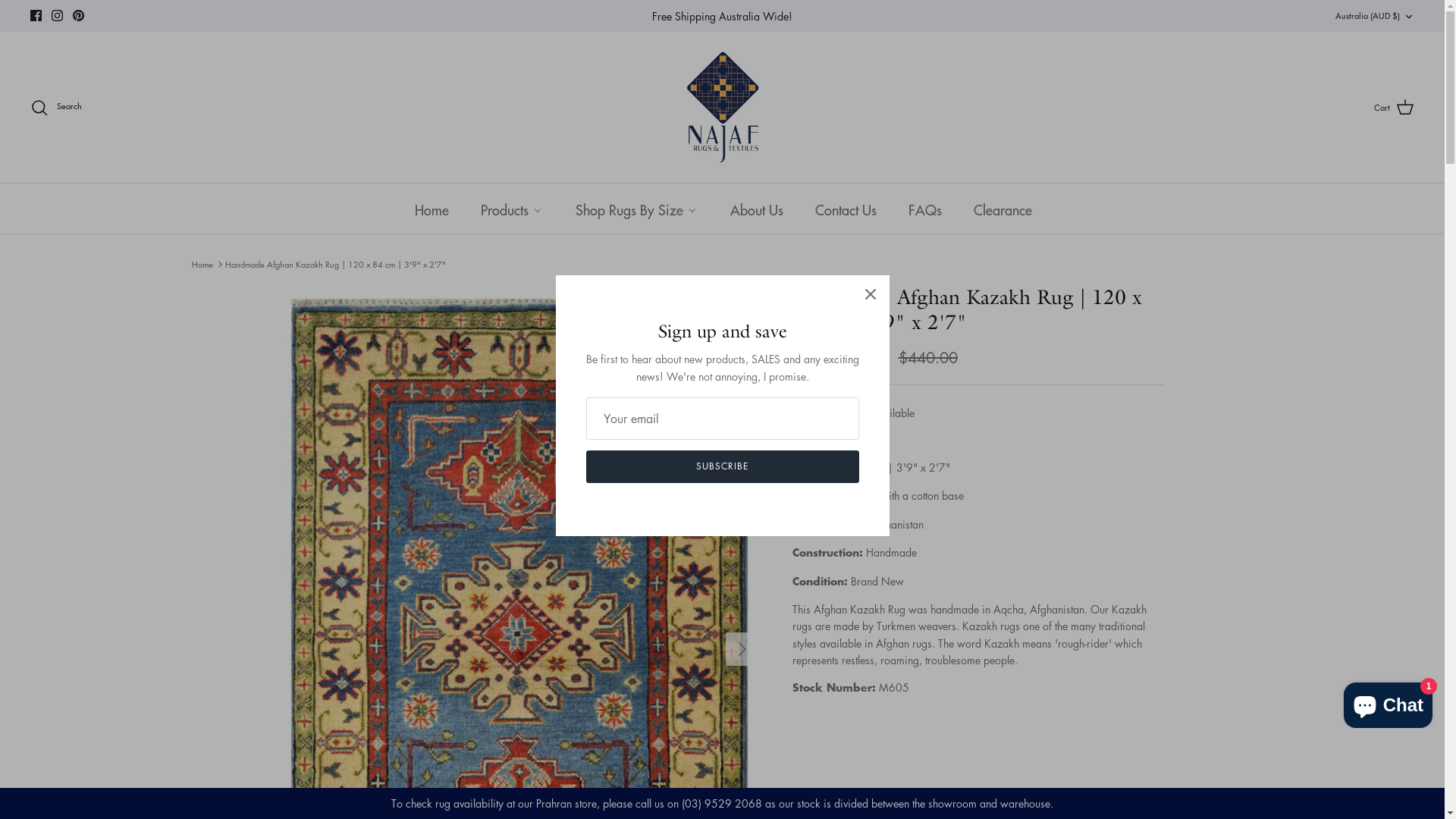 Image resolution: width=1456 pixels, height=819 pixels. What do you see at coordinates (1388, 701) in the screenshot?
I see `'Shopify online store chat'` at bounding box center [1388, 701].